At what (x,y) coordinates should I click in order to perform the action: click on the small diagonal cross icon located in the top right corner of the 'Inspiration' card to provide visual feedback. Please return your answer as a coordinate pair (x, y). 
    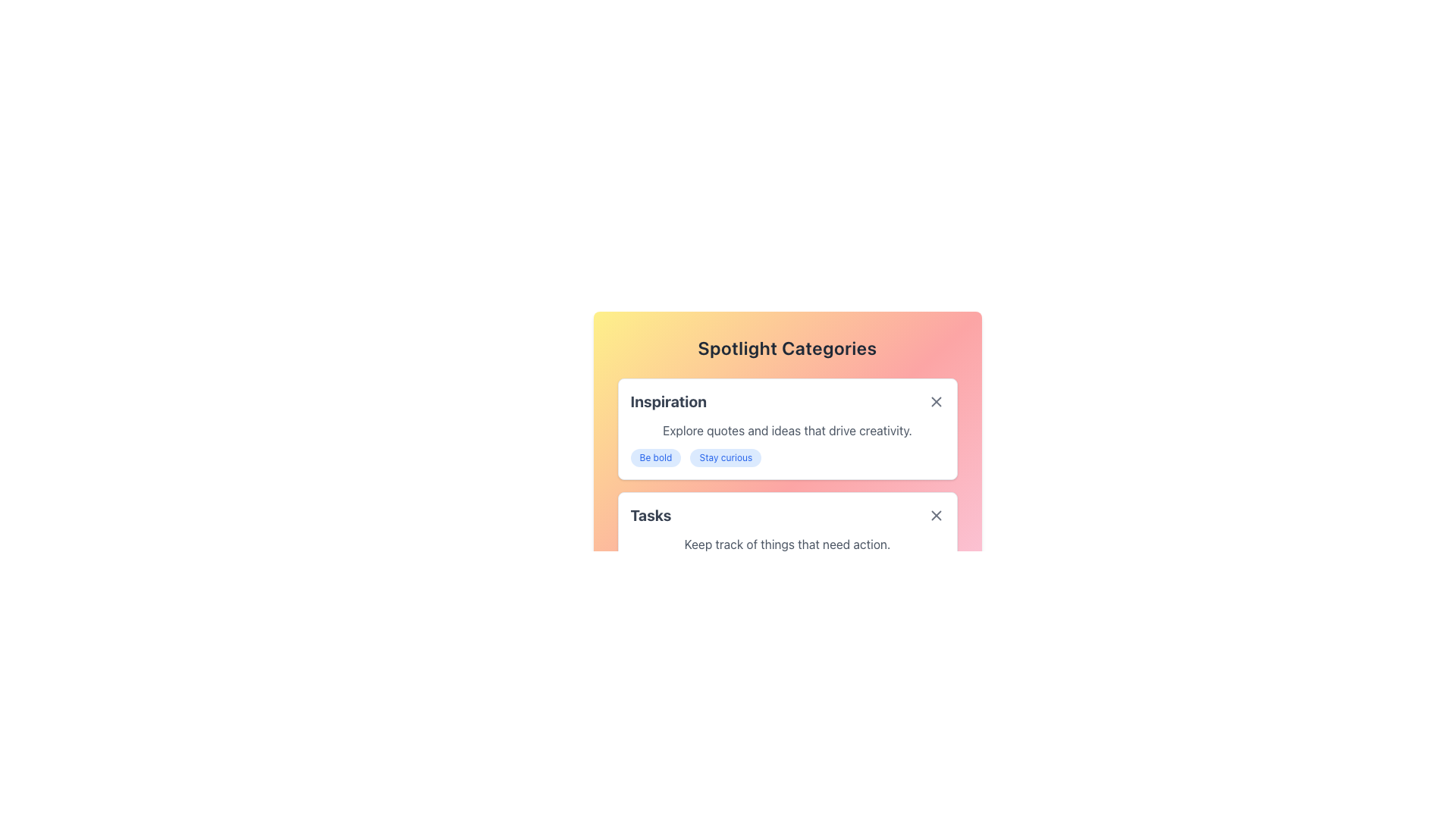
    Looking at the image, I should click on (935, 400).